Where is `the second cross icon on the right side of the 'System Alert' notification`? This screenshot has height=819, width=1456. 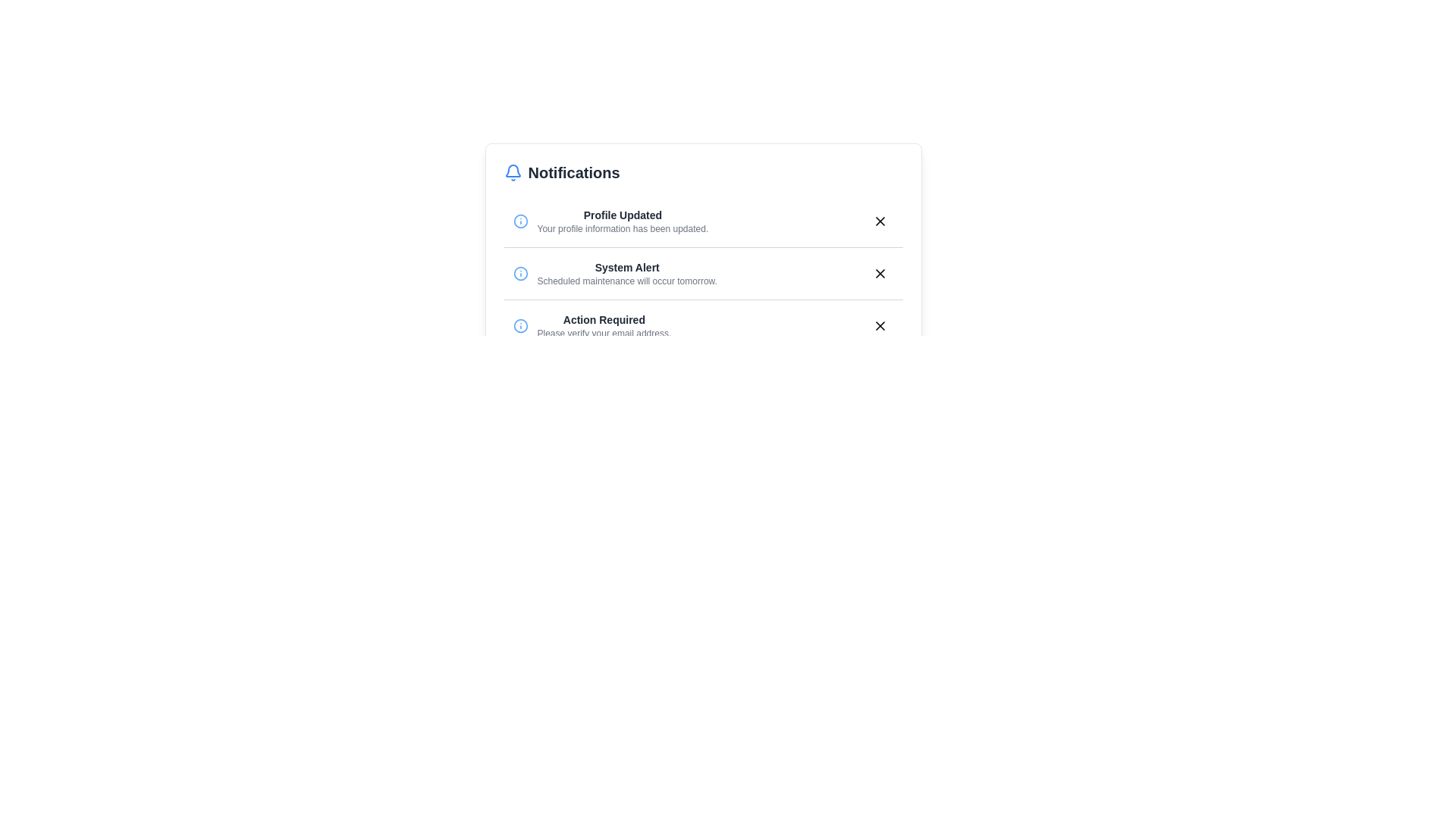 the second cross icon on the right side of the 'System Alert' notification is located at coordinates (880, 274).